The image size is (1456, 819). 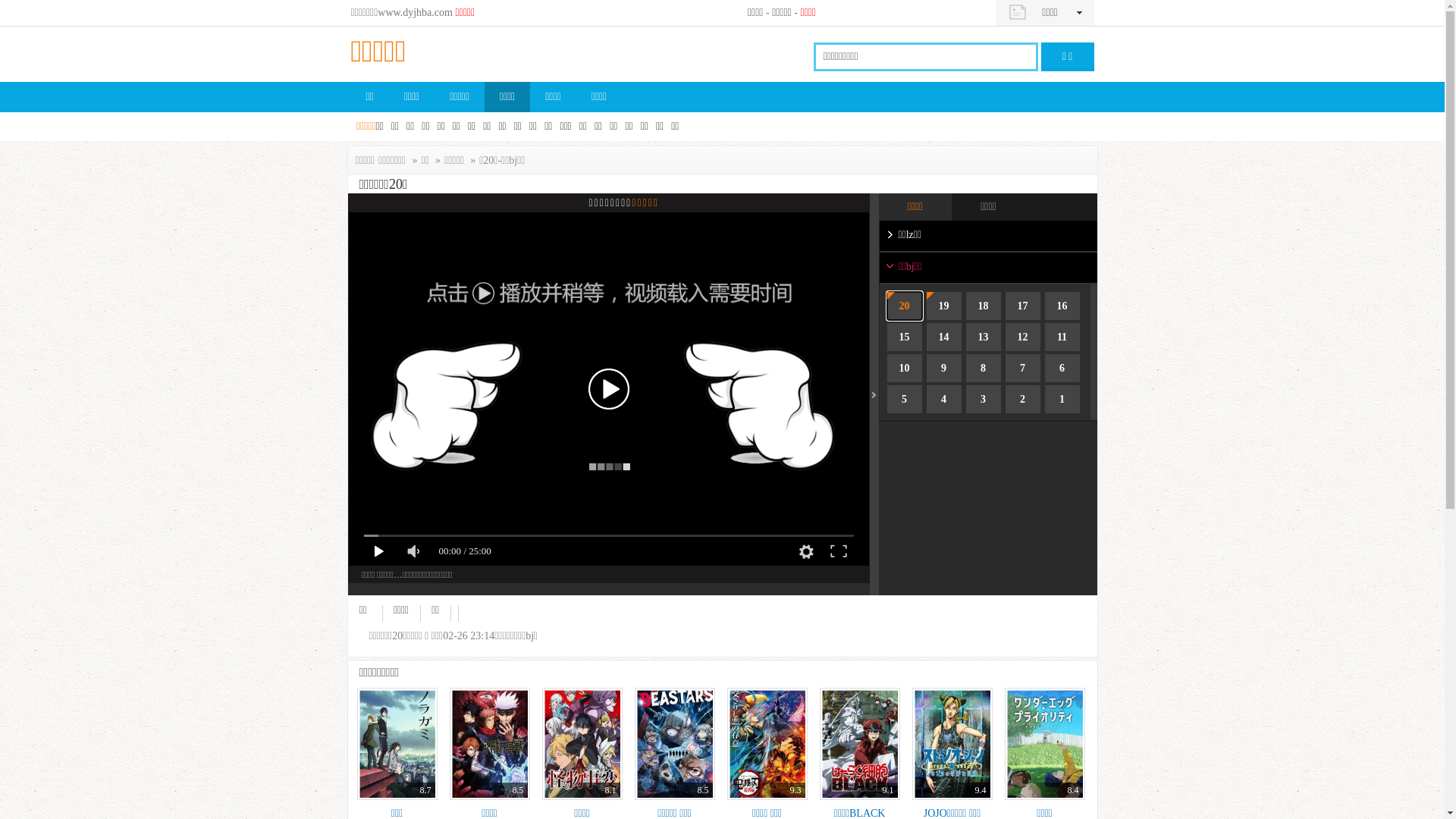 What do you see at coordinates (1005, 336) in the screenshot?
I see `'12'` at bounding box center [1005, 336].